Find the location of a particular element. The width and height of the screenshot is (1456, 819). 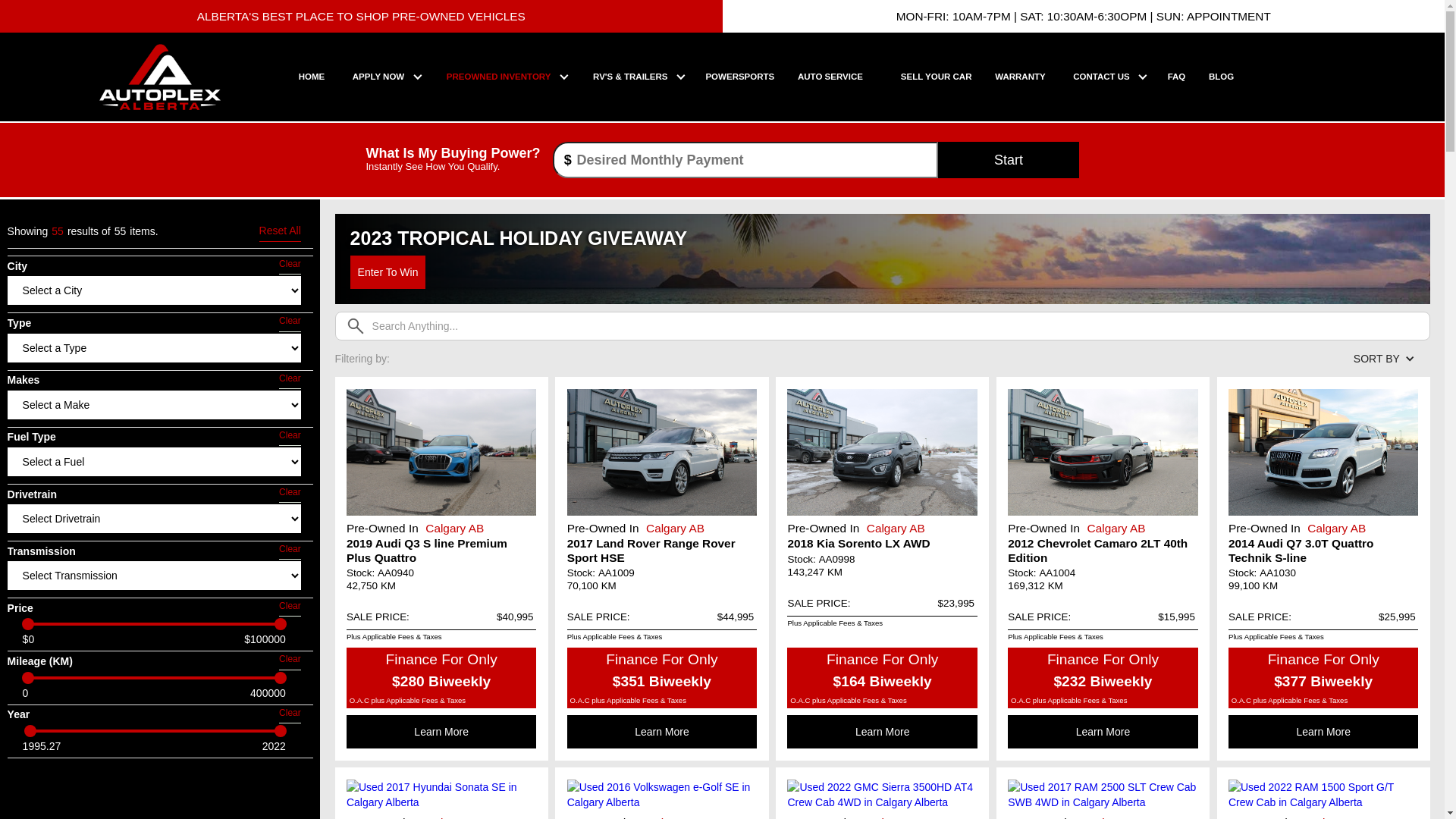

'Learn More' is located at coordinates (1323, 730).